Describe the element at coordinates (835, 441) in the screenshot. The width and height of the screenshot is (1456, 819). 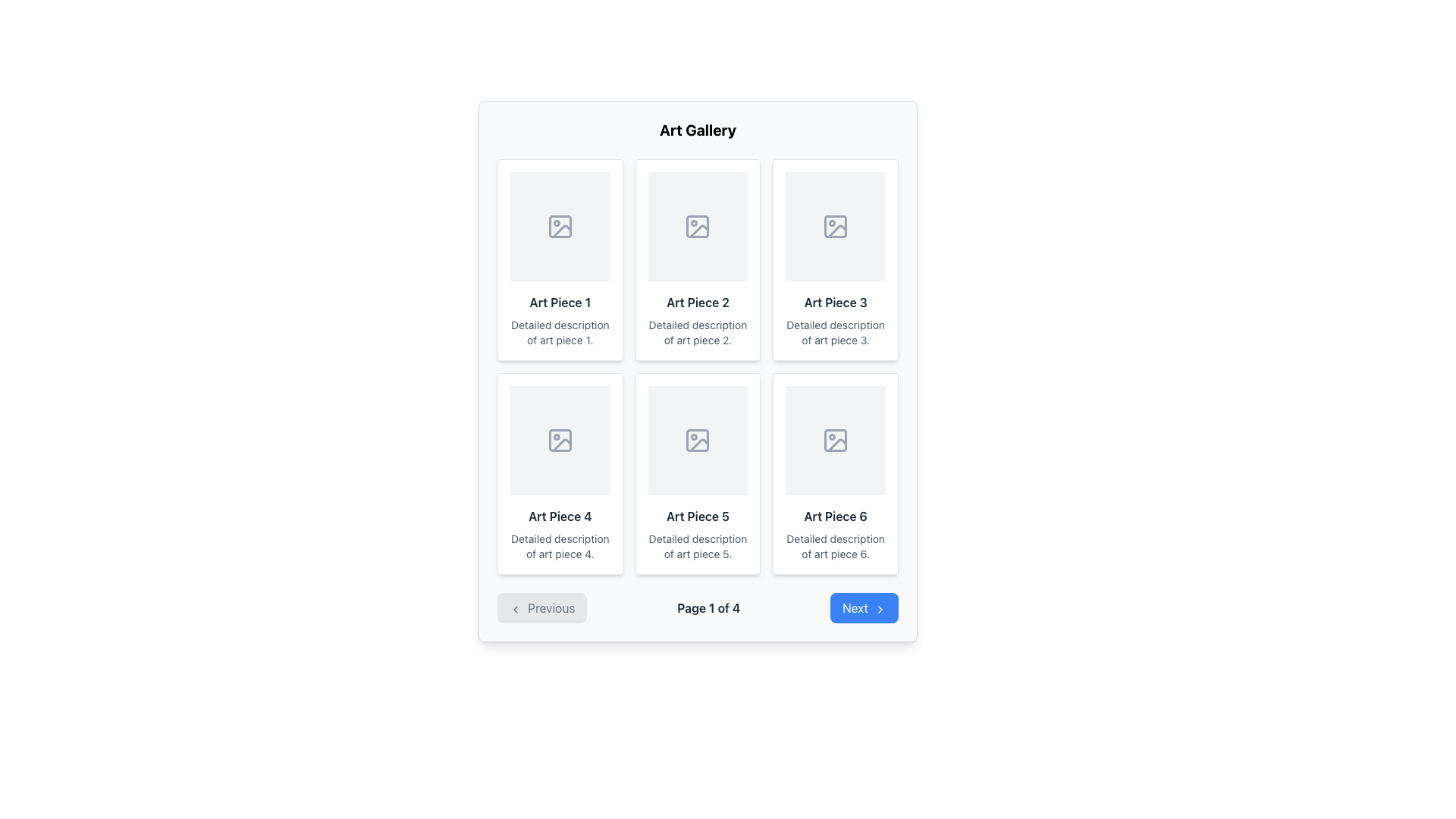
I see `the image placeholder with a light gray background and an image frame icon located in the topmost section of the 'Art Piece 6' card, situated in the bottom-right corner of the grid` at that location.